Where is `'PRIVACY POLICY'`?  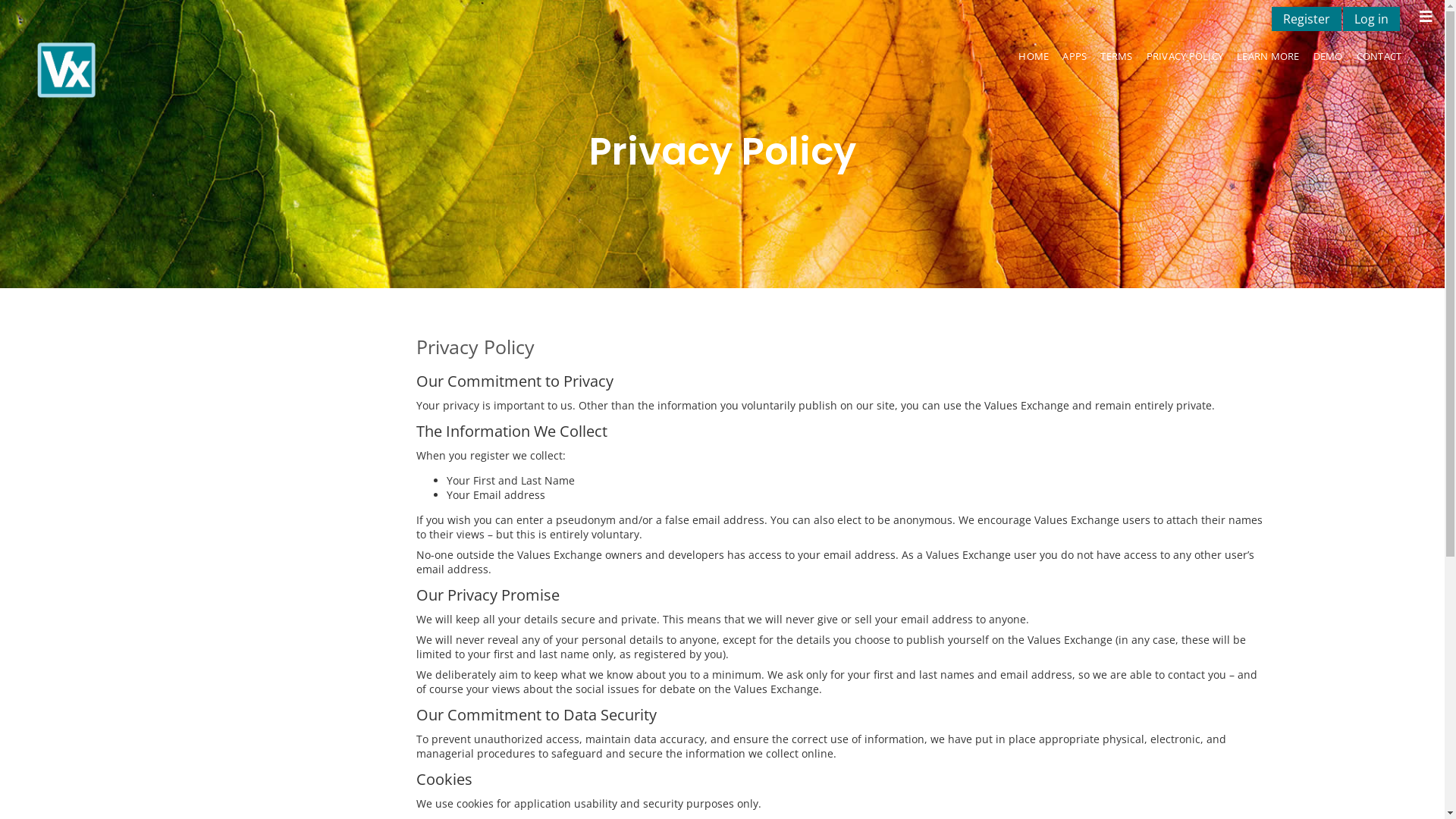 'PRIVACY POLICY' is located at coordinates (1185, 55).